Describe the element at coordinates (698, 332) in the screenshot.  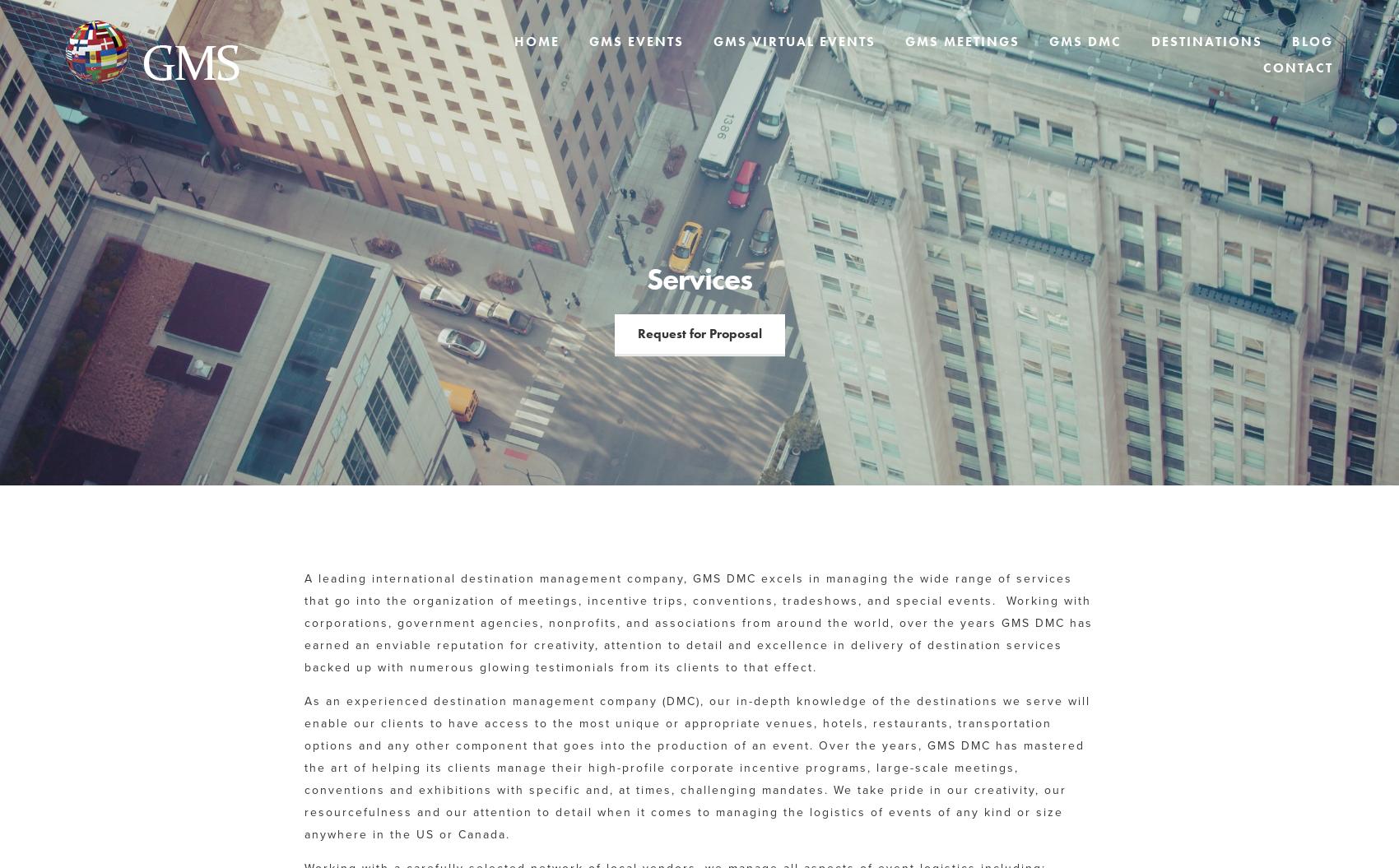
I see `'Request for Proposal'` at that location.